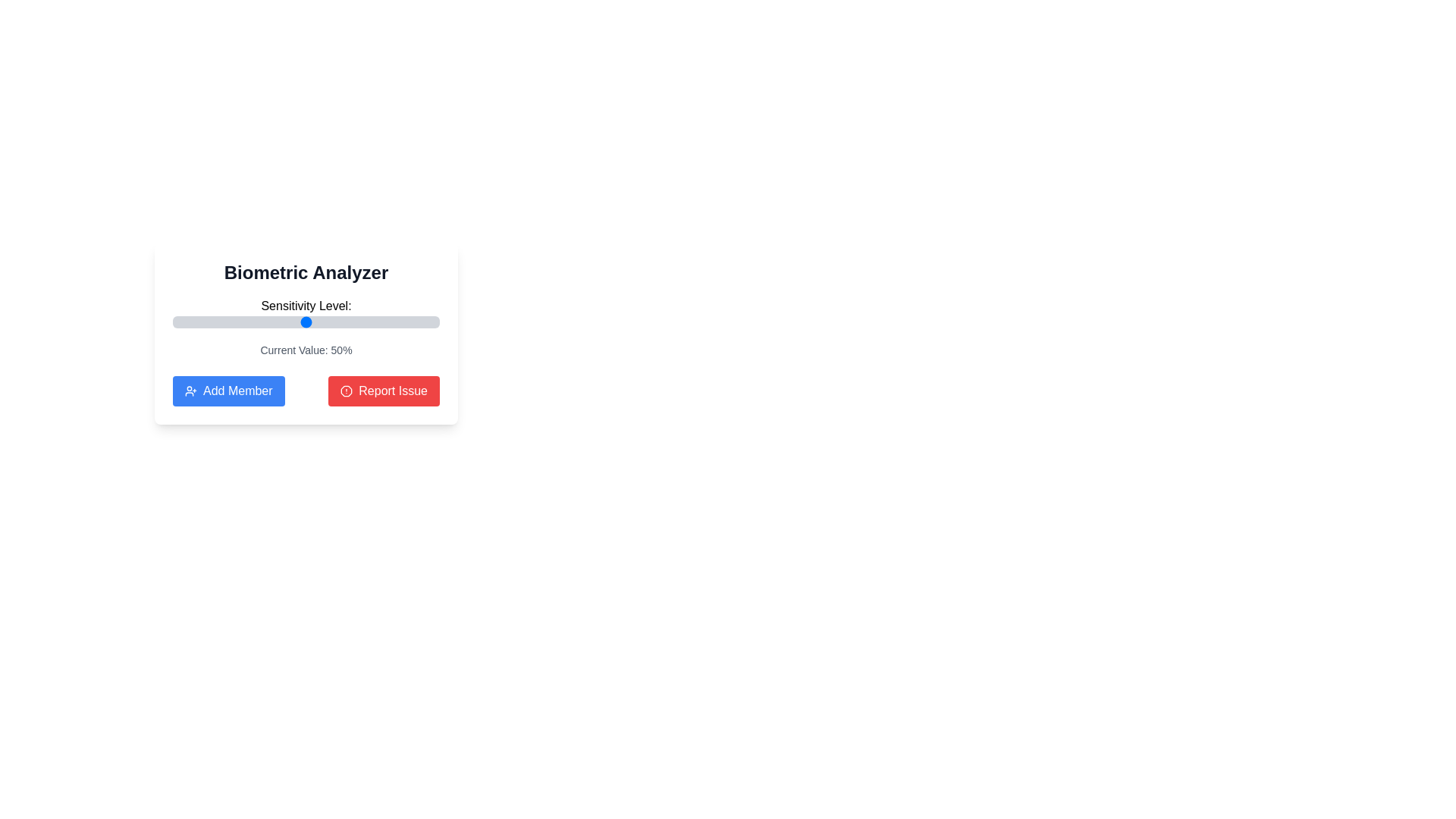 The width and height of the screenshot is (1456, 819). What do you see at coordinates (293, 321) in the screenshot?
I see `the sensitivity level` at bounding box center [293, 321].